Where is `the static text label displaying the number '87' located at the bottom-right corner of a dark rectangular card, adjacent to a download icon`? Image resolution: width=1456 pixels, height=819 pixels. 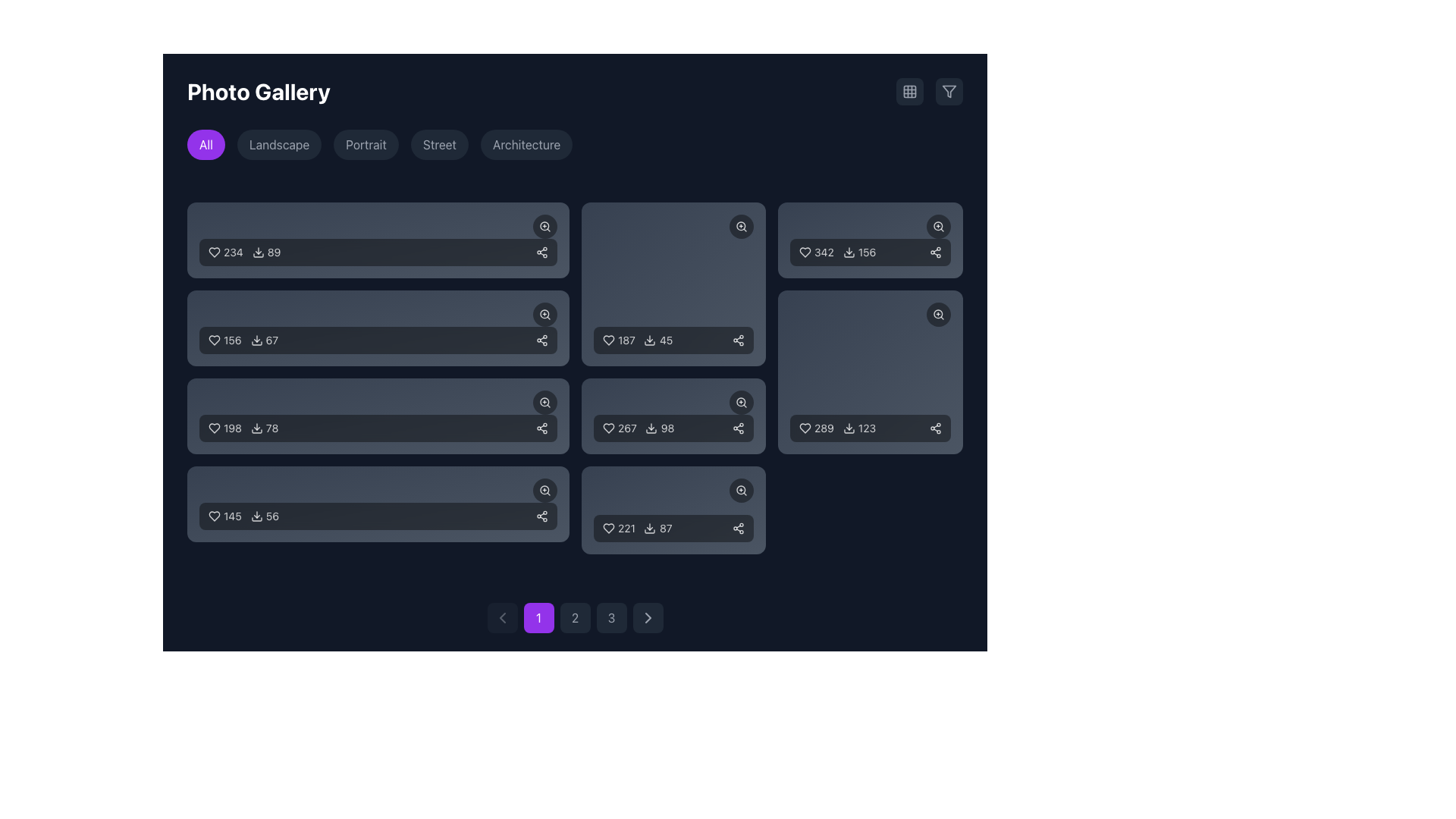
the static text label displaying the number '87' located at the bottom-right corner of a dark rectangular card, adjacent to a download icon is located at coordinates (665, 528).